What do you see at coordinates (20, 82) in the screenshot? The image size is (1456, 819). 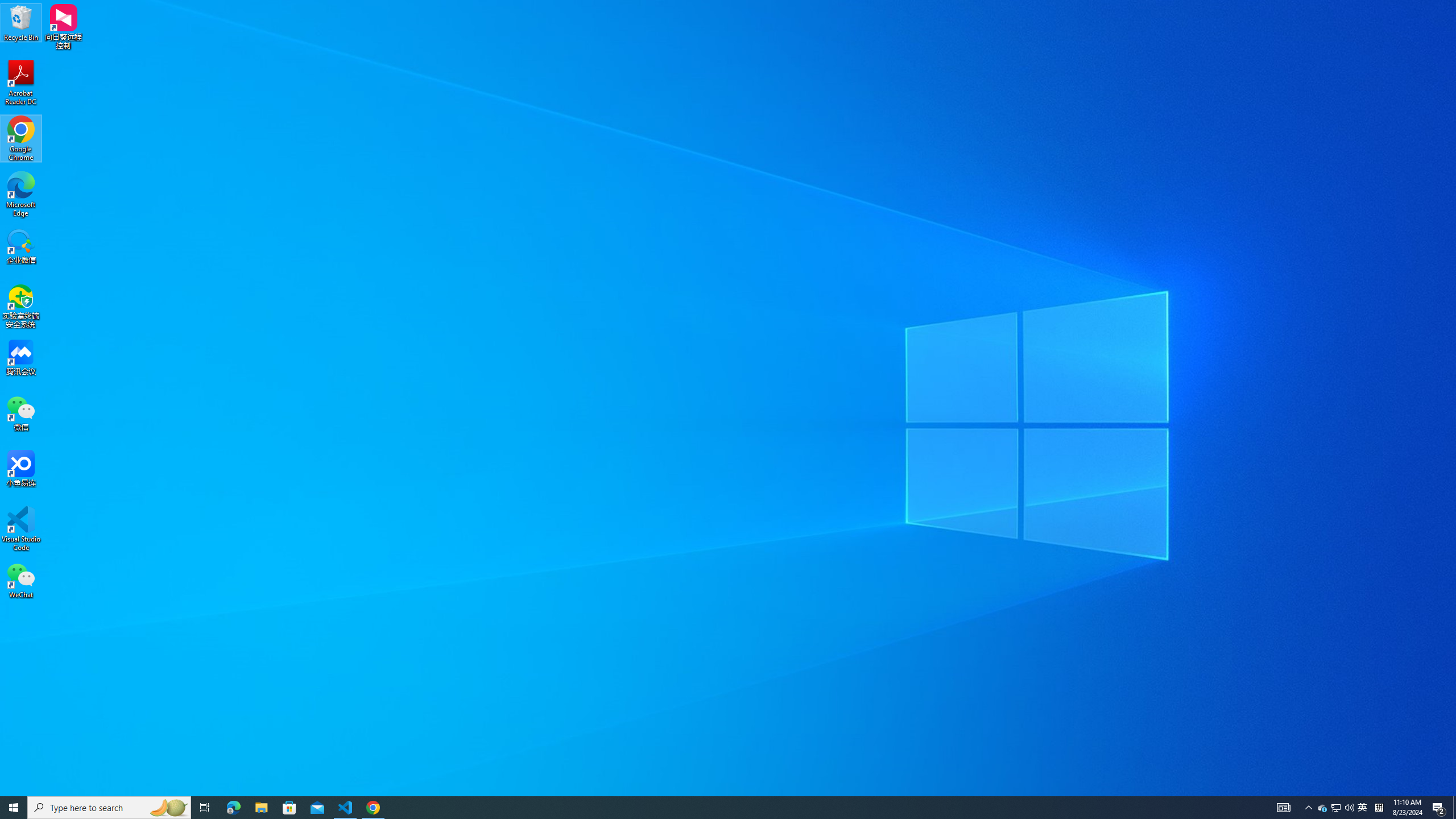 I see `'Acrobat Reader DC'` at bounding box center [20, 82].